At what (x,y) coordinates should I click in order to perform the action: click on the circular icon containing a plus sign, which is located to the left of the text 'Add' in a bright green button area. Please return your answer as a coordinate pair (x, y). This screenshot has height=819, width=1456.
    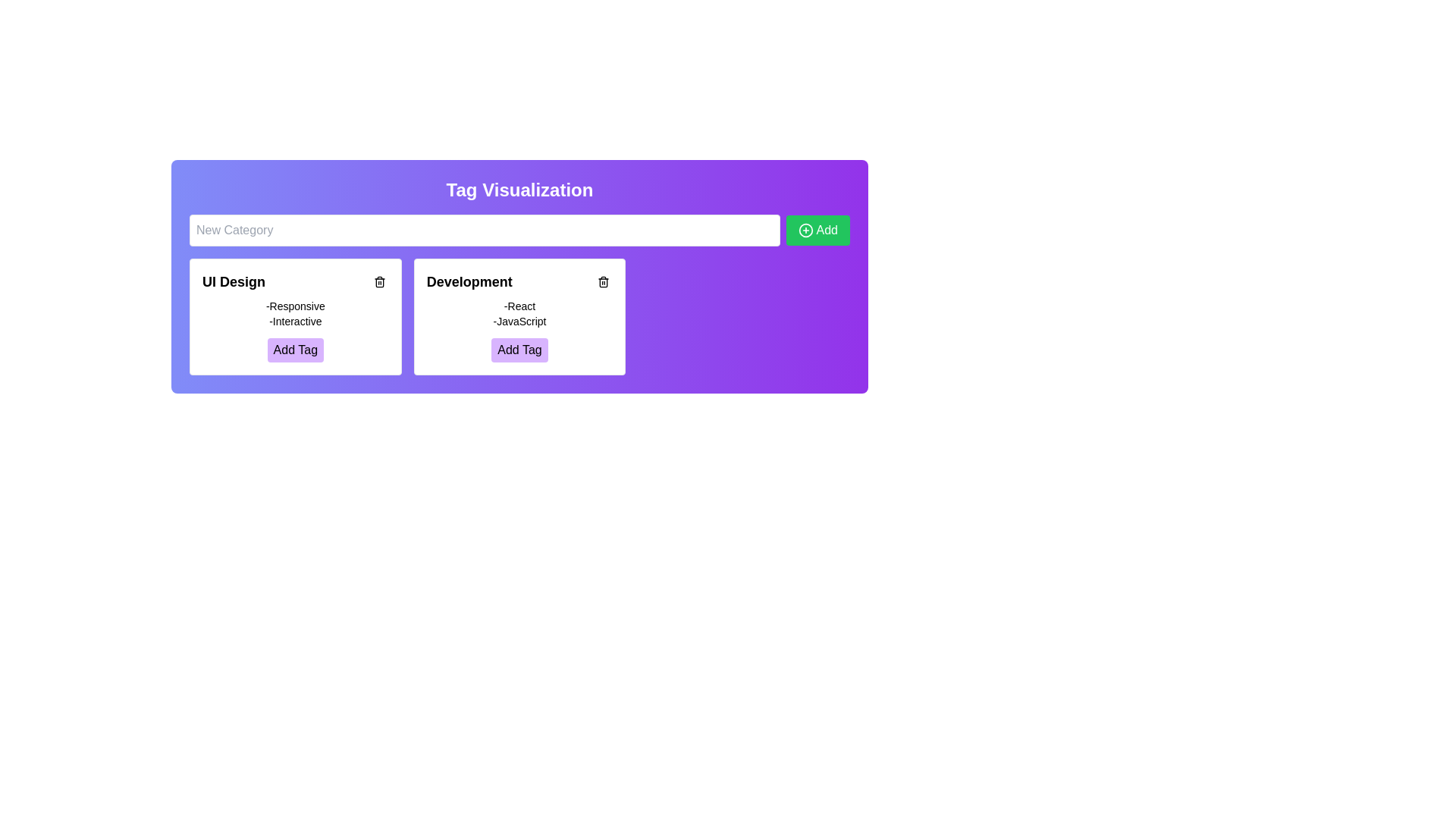
    Looking at the image, I should click on (805, 231).